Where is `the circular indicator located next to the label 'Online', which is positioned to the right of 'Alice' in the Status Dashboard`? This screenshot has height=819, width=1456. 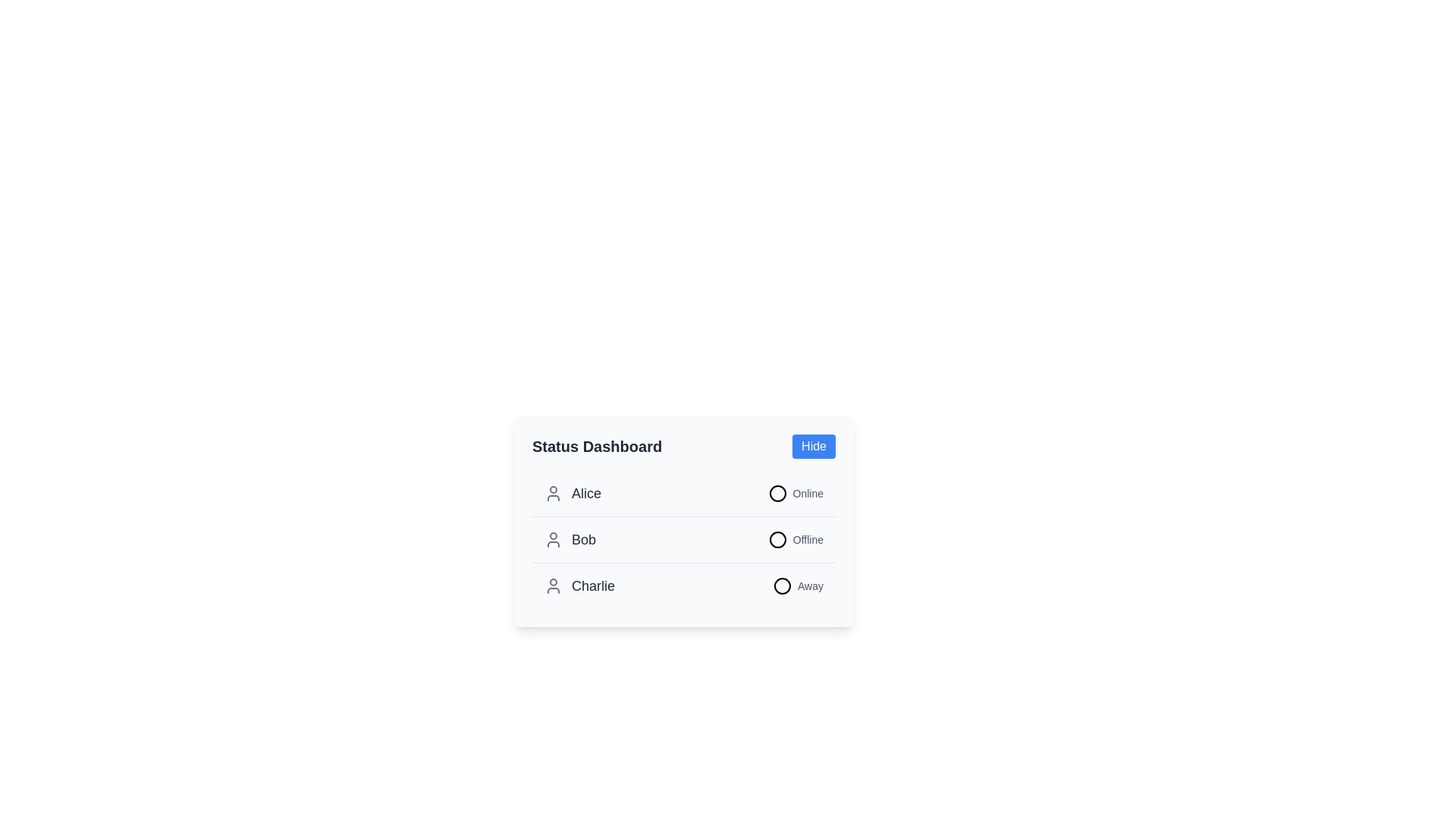
the circular indicator located next to the label 'Online', which is positioned to the right of 'Alice' in the Status Dashboard is located at coordinates (777, 494).